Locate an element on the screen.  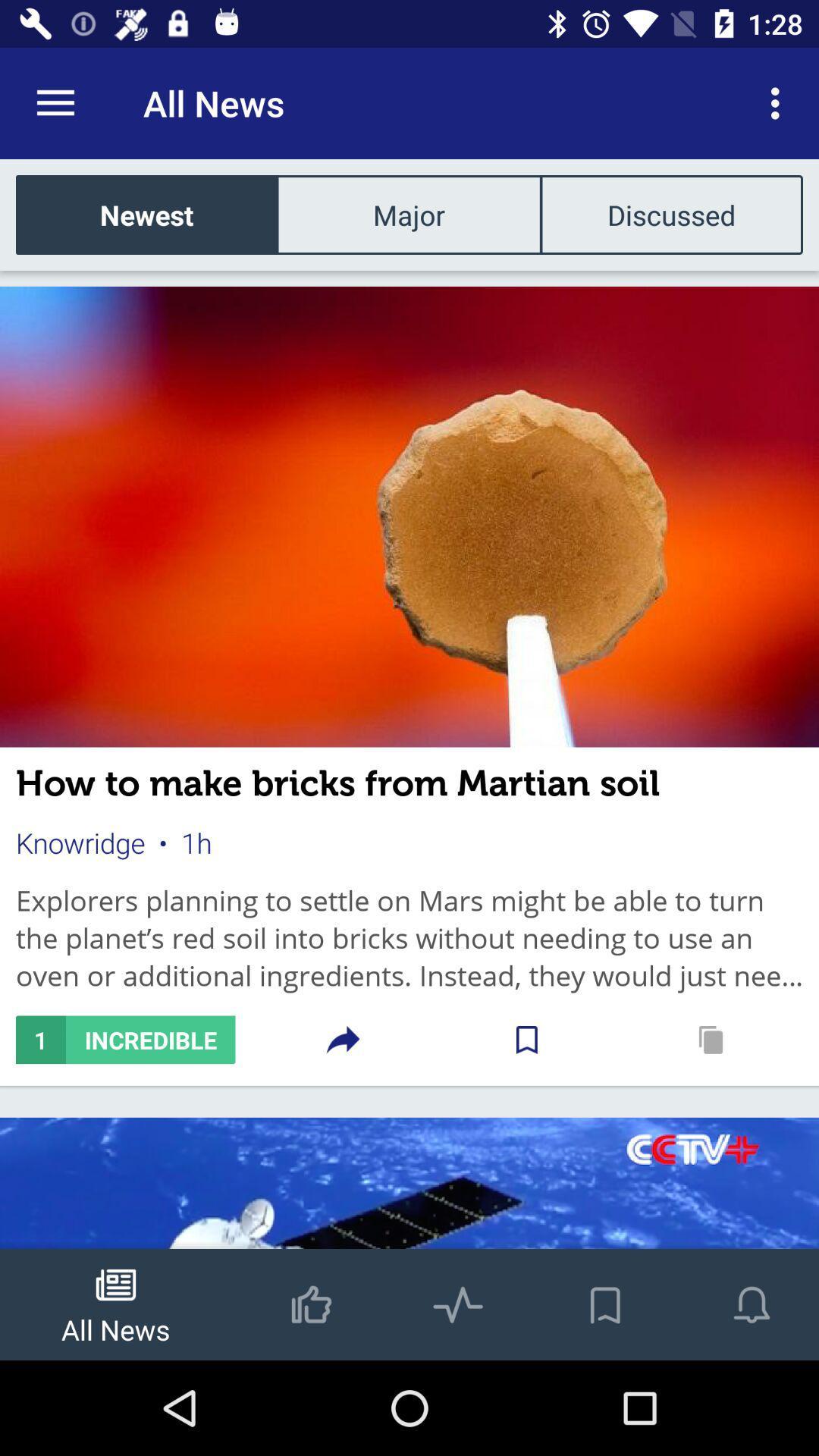
the major item is located at coordinates (408, 214).